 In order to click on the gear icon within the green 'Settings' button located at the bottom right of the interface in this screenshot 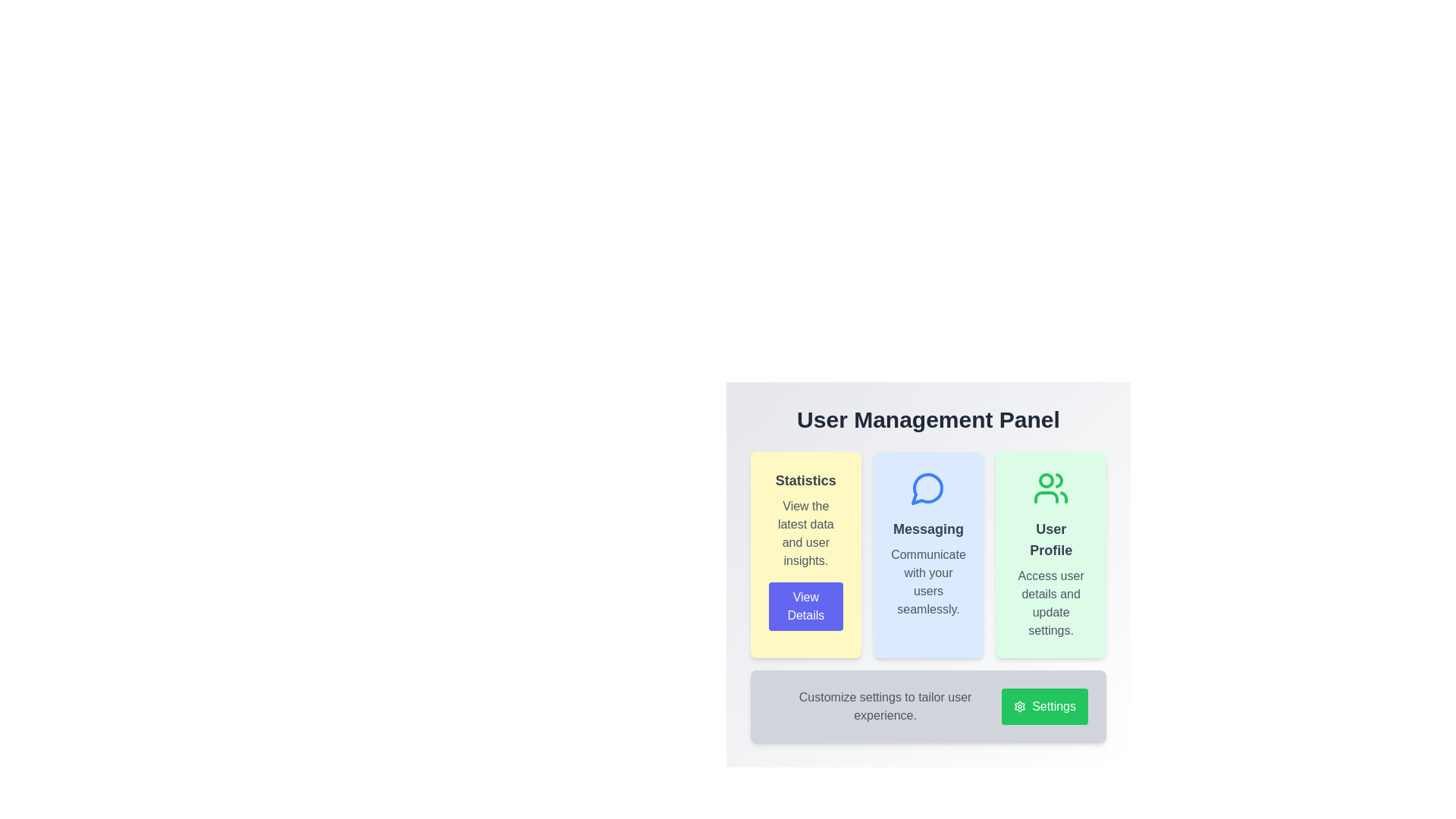, I will do `click(1020, 707)`.